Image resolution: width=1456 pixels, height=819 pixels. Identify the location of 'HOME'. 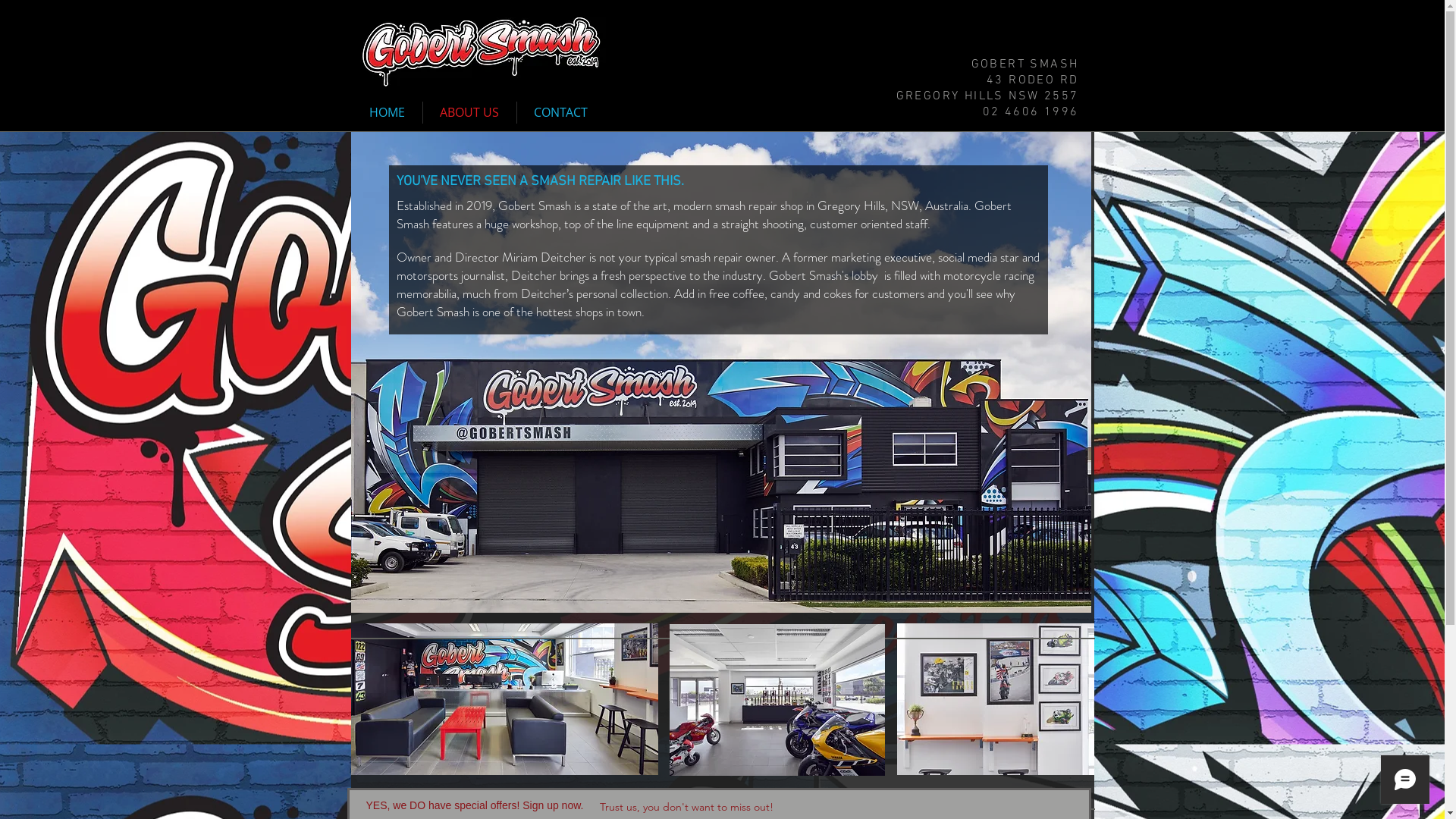
(387, 111).